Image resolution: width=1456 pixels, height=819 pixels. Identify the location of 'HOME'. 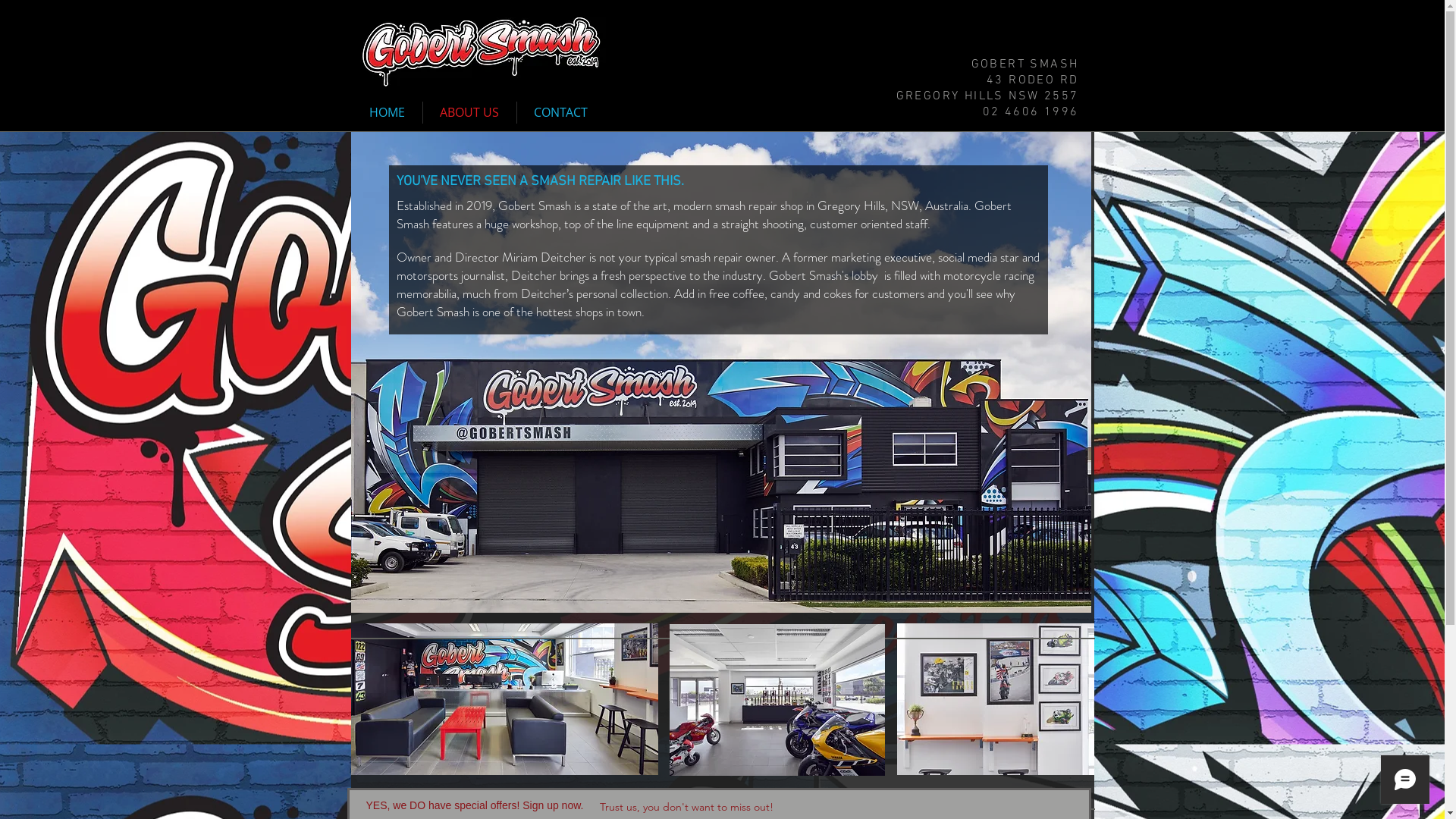
(387, 111).